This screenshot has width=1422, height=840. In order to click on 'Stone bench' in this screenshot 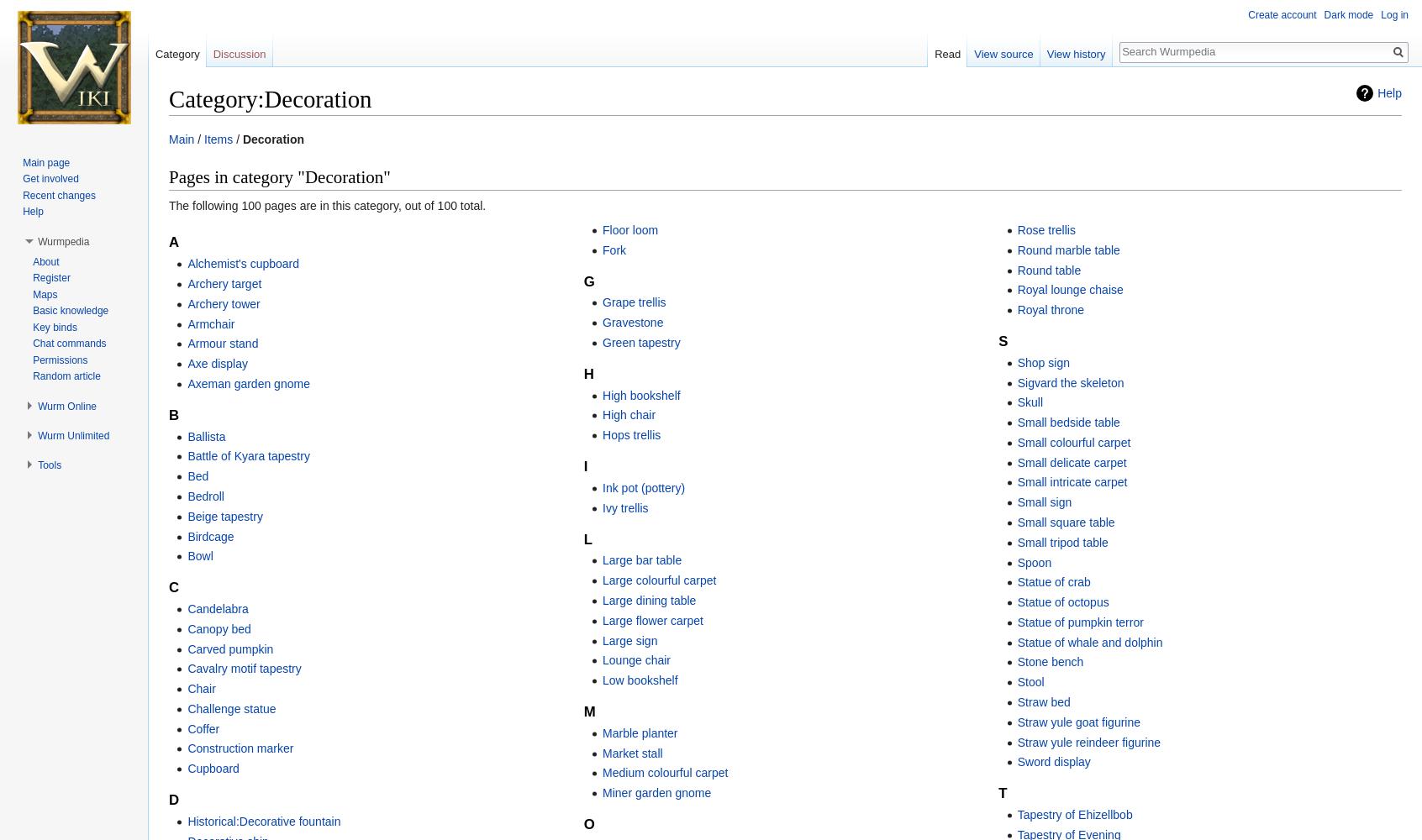, I will do `click(1050, 662)`.